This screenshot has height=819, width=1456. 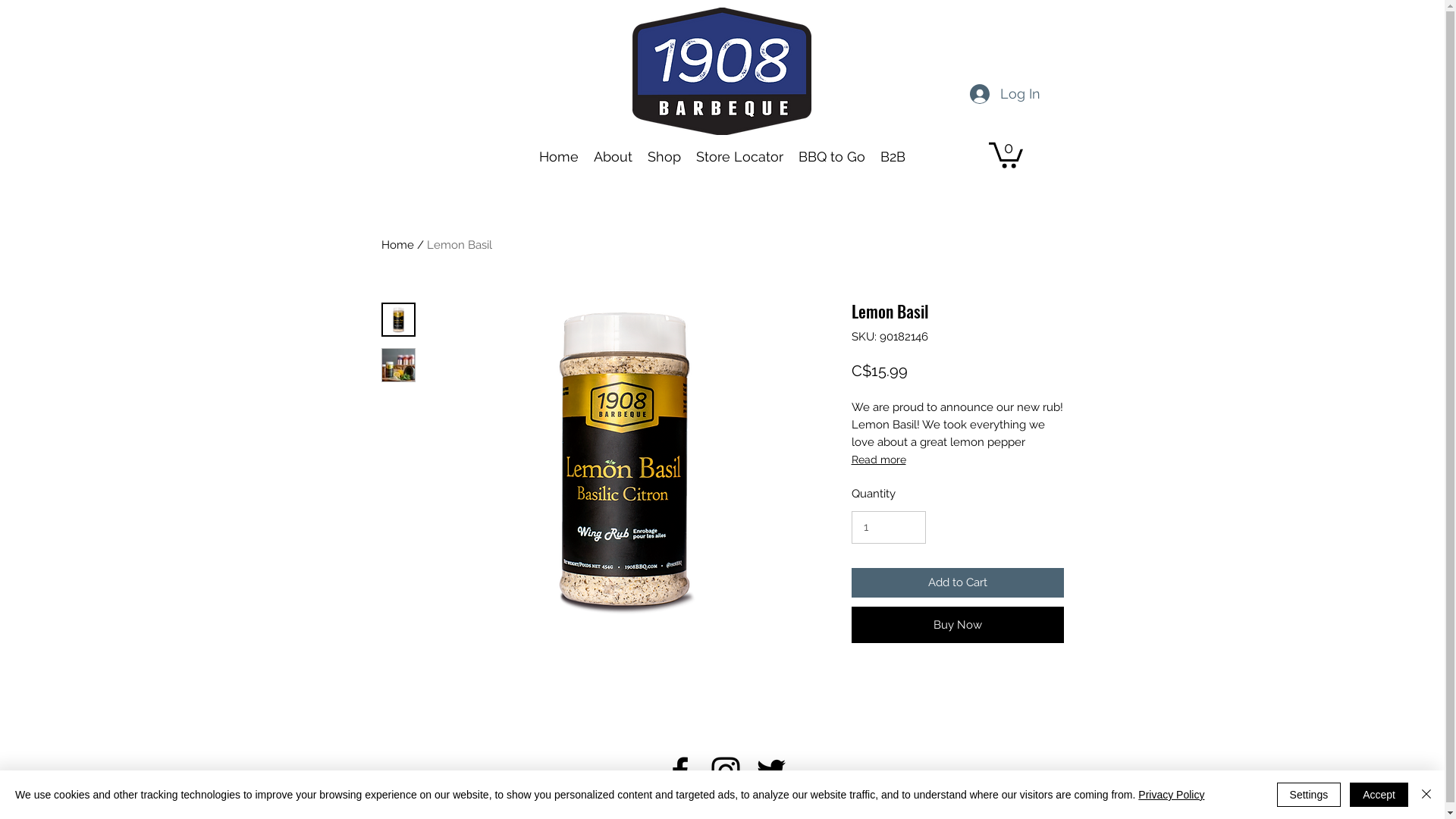 I want to click on 'Privacy Policy', so click(x=1170, y=794).